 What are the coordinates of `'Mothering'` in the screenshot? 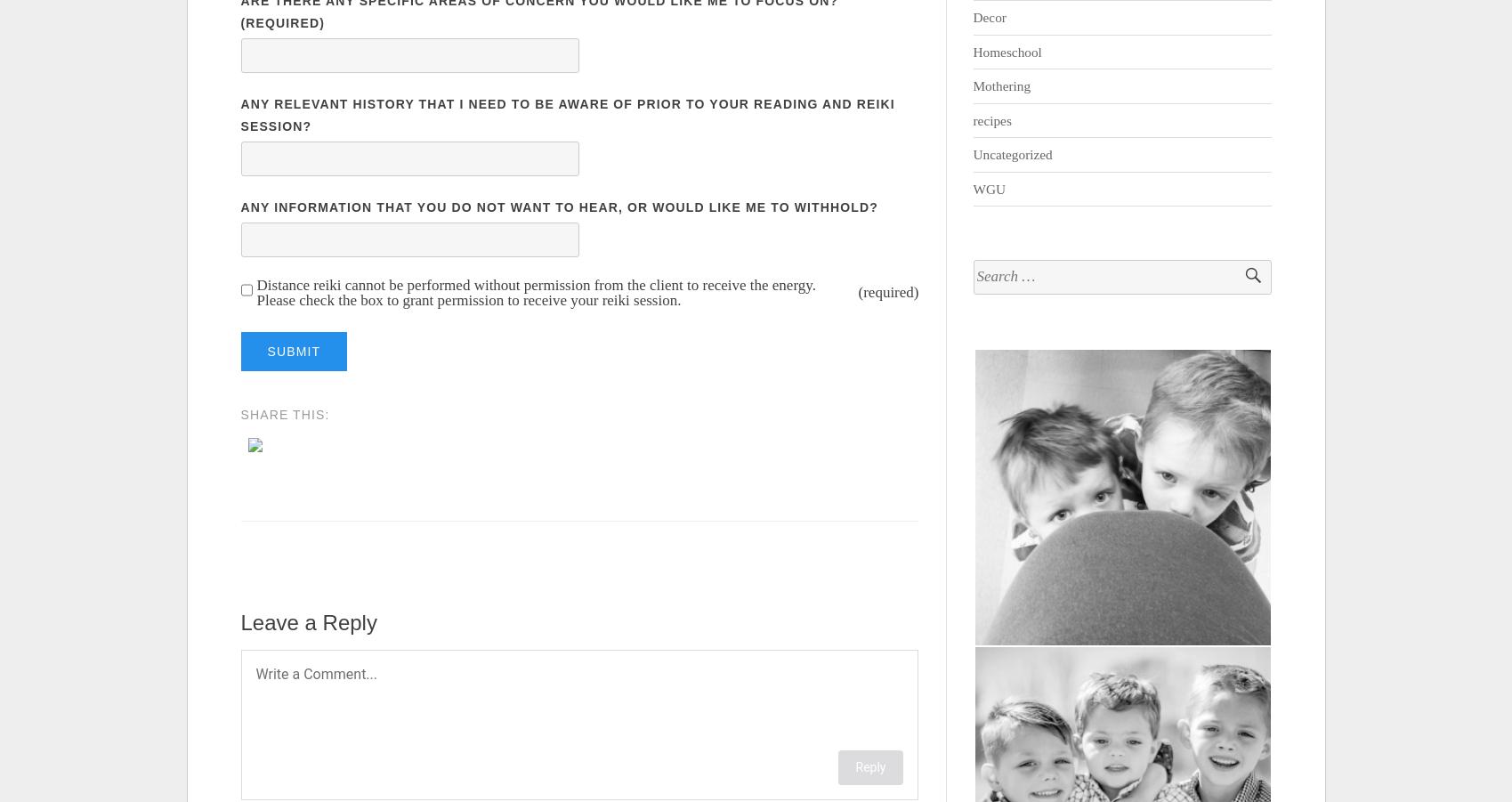 It's located at (1000, 85).